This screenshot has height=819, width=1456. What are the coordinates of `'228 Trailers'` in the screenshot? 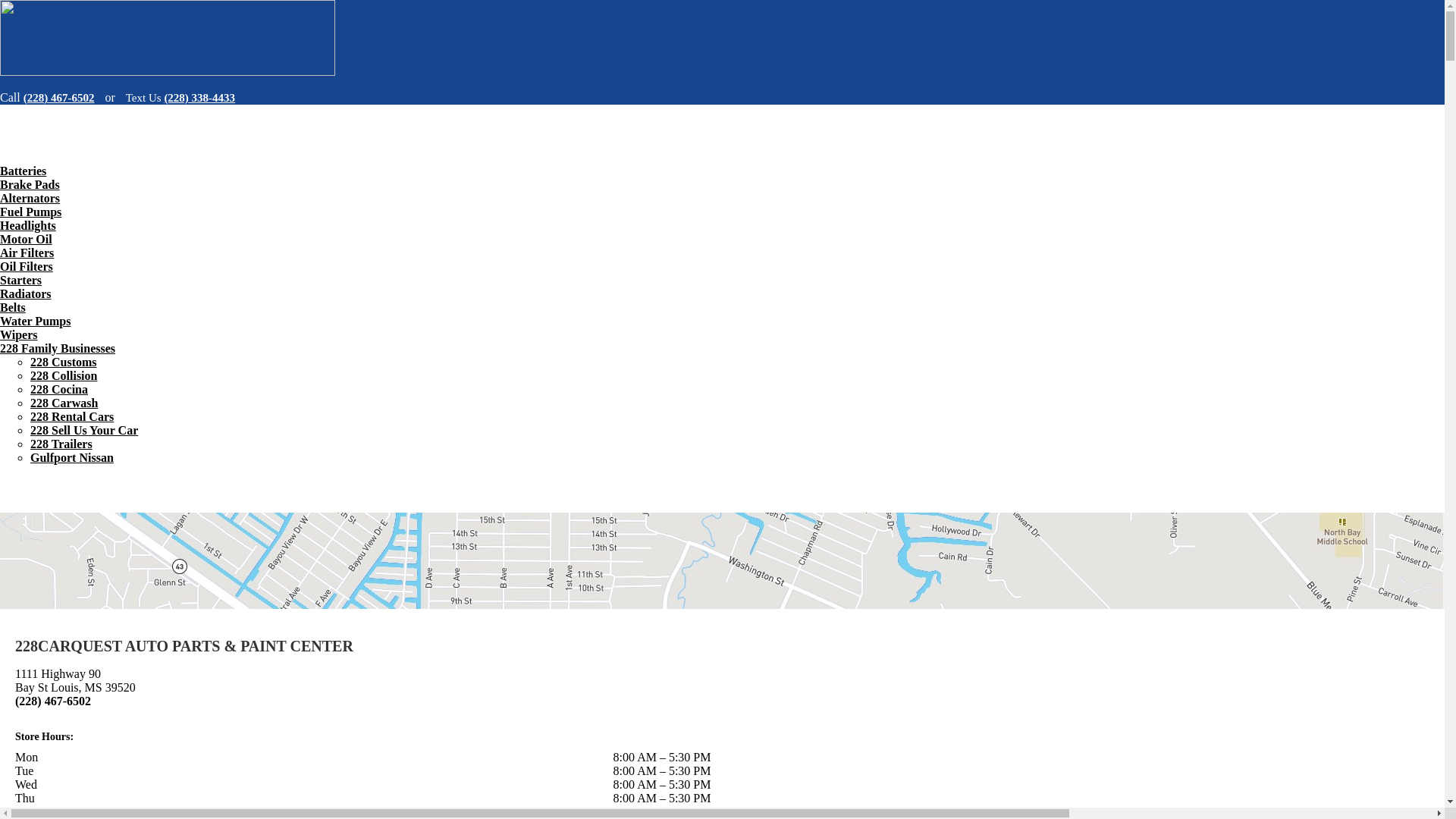 It's located at (61, 444).